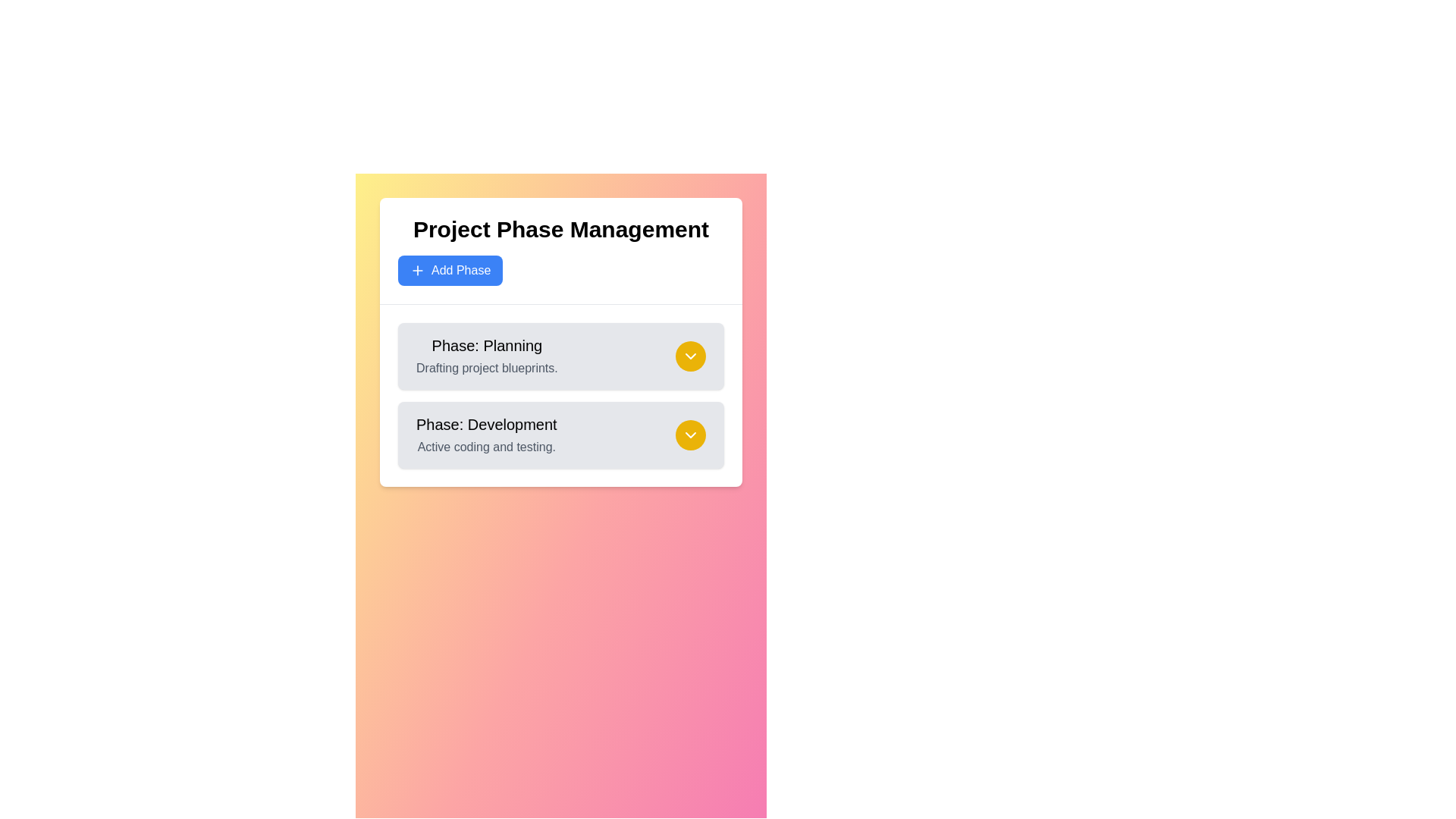 The width and height of the screenshot is (1456, 819). What do you see at coordinates (418, 270) in the screenshot?
I see `the plus-shaped icon within the 'Add Phase' blue button` at bounding box center [418, 270].